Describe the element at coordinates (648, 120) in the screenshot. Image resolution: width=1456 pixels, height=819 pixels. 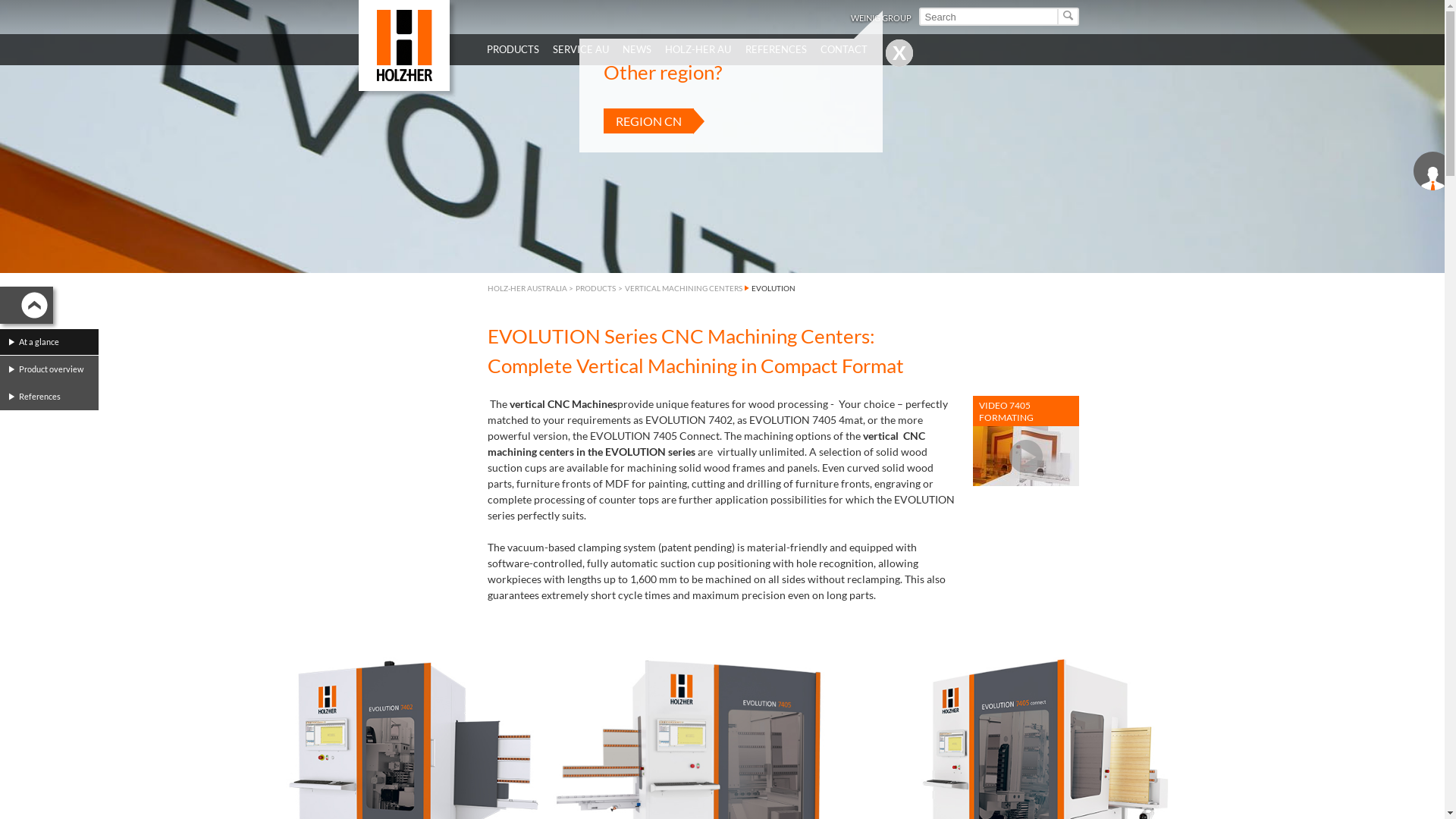
I see `'REGION CN'` at that location.